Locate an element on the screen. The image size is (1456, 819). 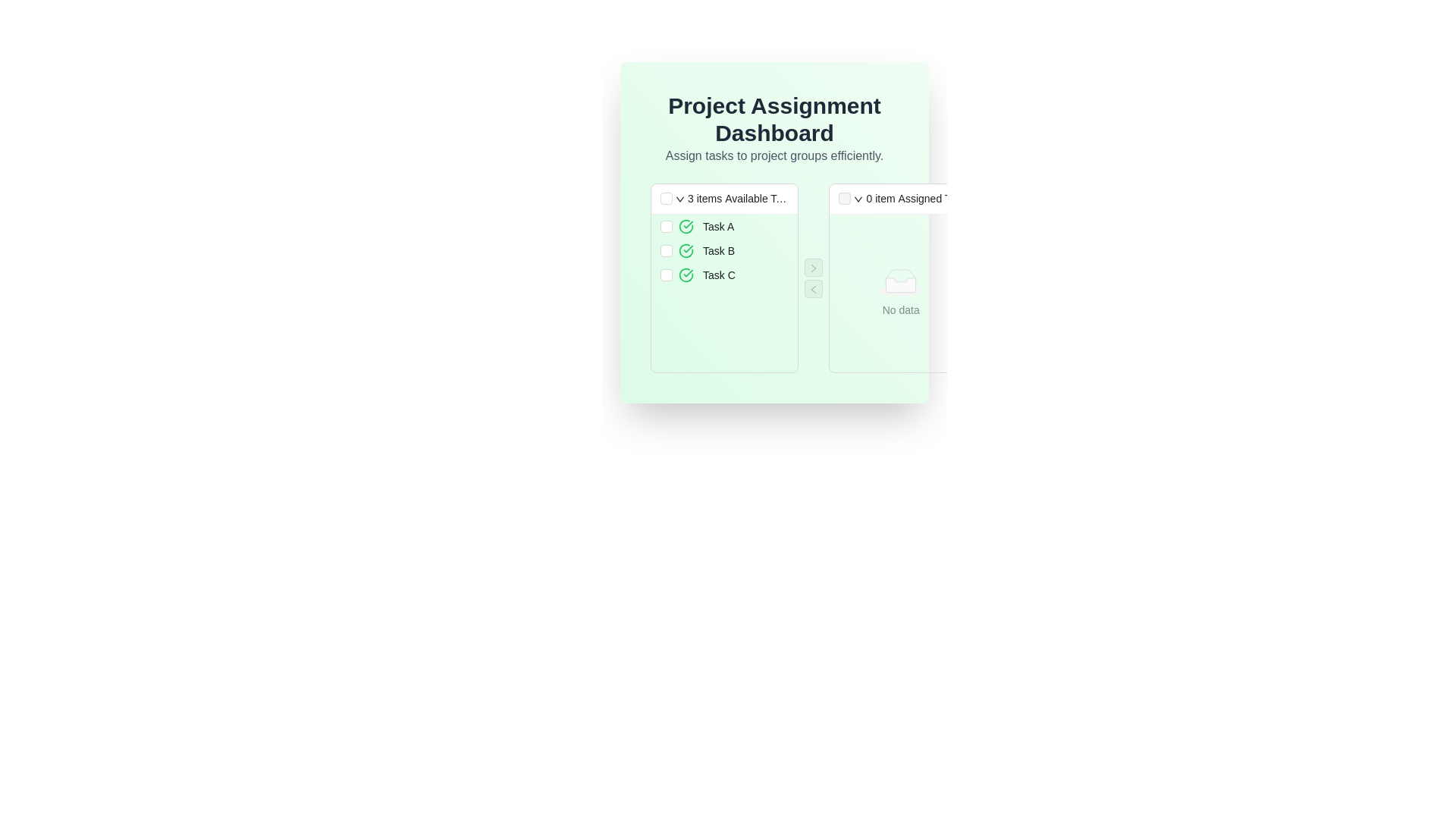
the circular green icon with a checkmark inside it, located to the left of the text 'Task C' is located at coordinates (686, 275).